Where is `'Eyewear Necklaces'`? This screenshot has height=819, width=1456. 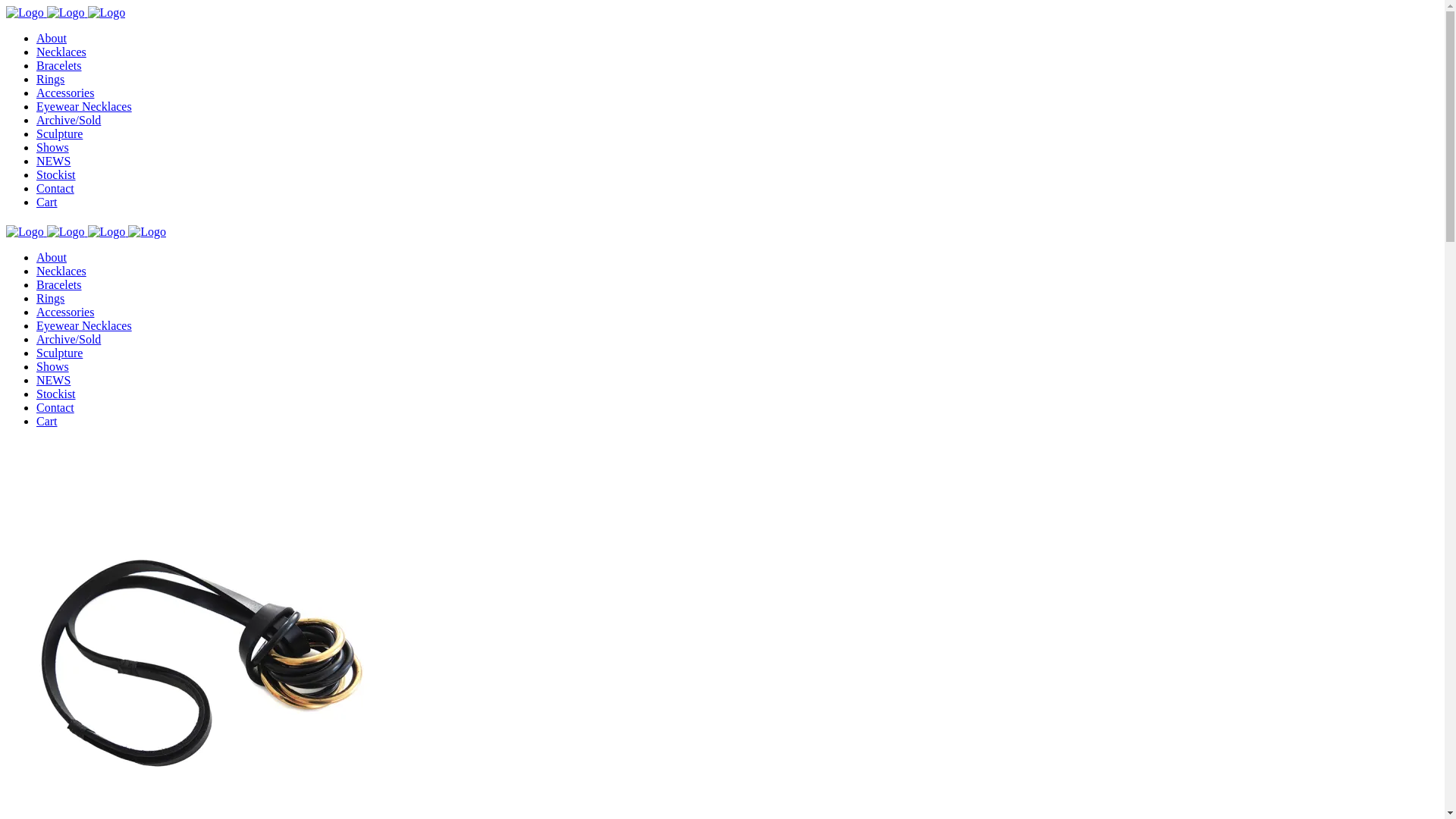
'Eyewear Necklaces' is located at coordinates (36, 325).